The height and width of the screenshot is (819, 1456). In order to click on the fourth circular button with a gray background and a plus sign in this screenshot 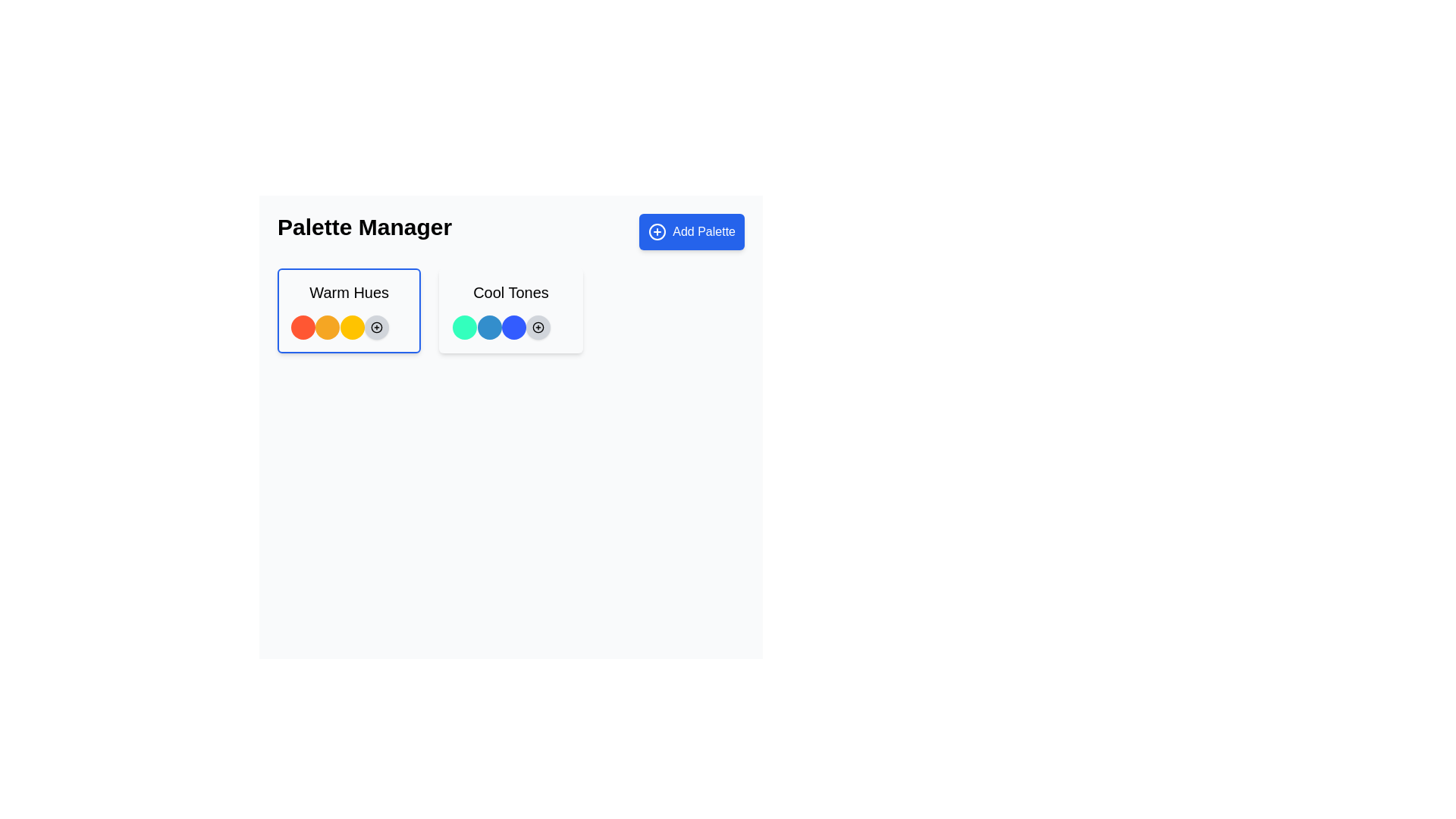, I will do `click(538, 327)`.